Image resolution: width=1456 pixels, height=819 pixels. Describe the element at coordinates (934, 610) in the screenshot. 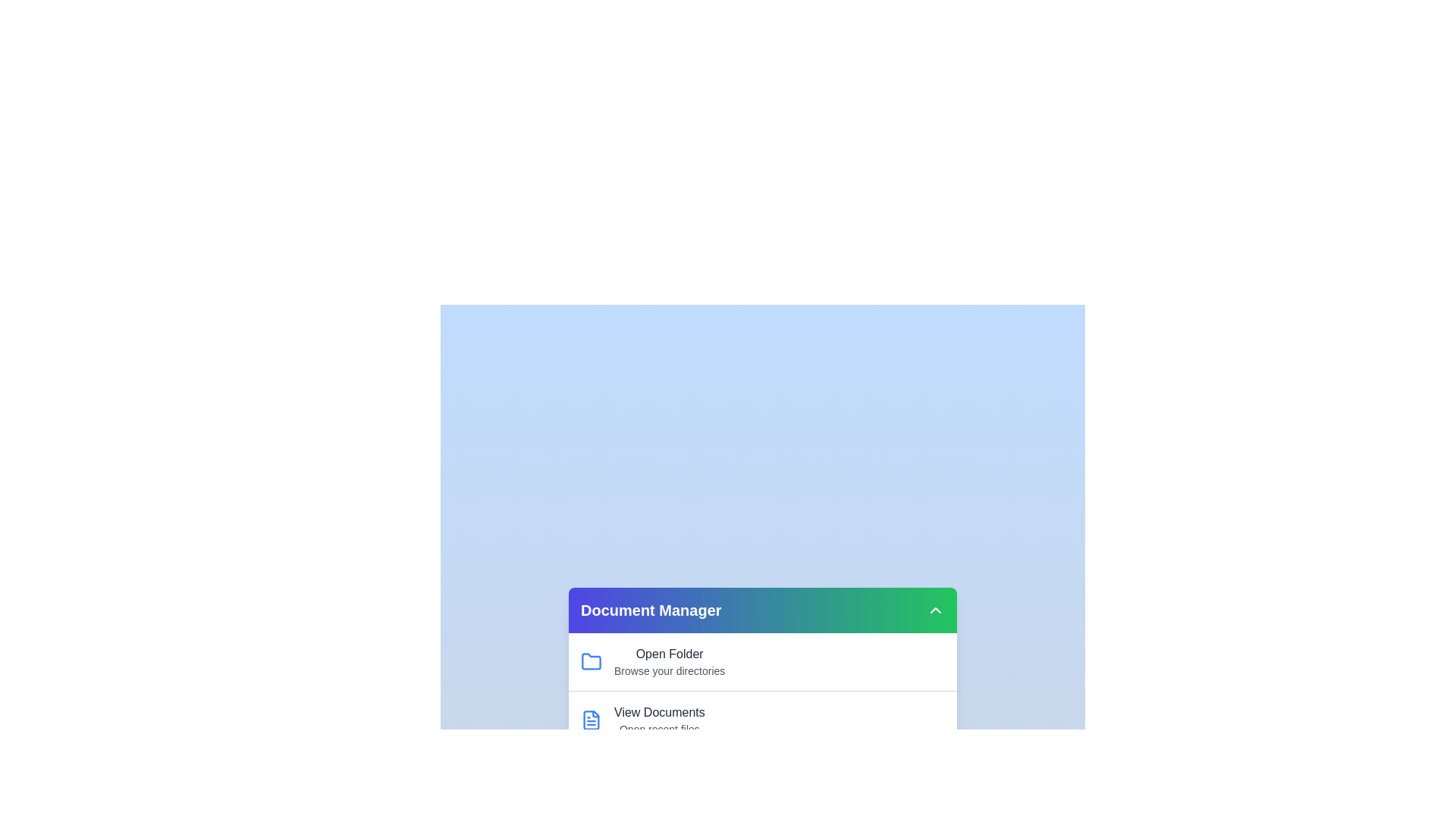

I see `the toggle button at the top-right corner of the menu header to toggle the menu visibility` at that location.